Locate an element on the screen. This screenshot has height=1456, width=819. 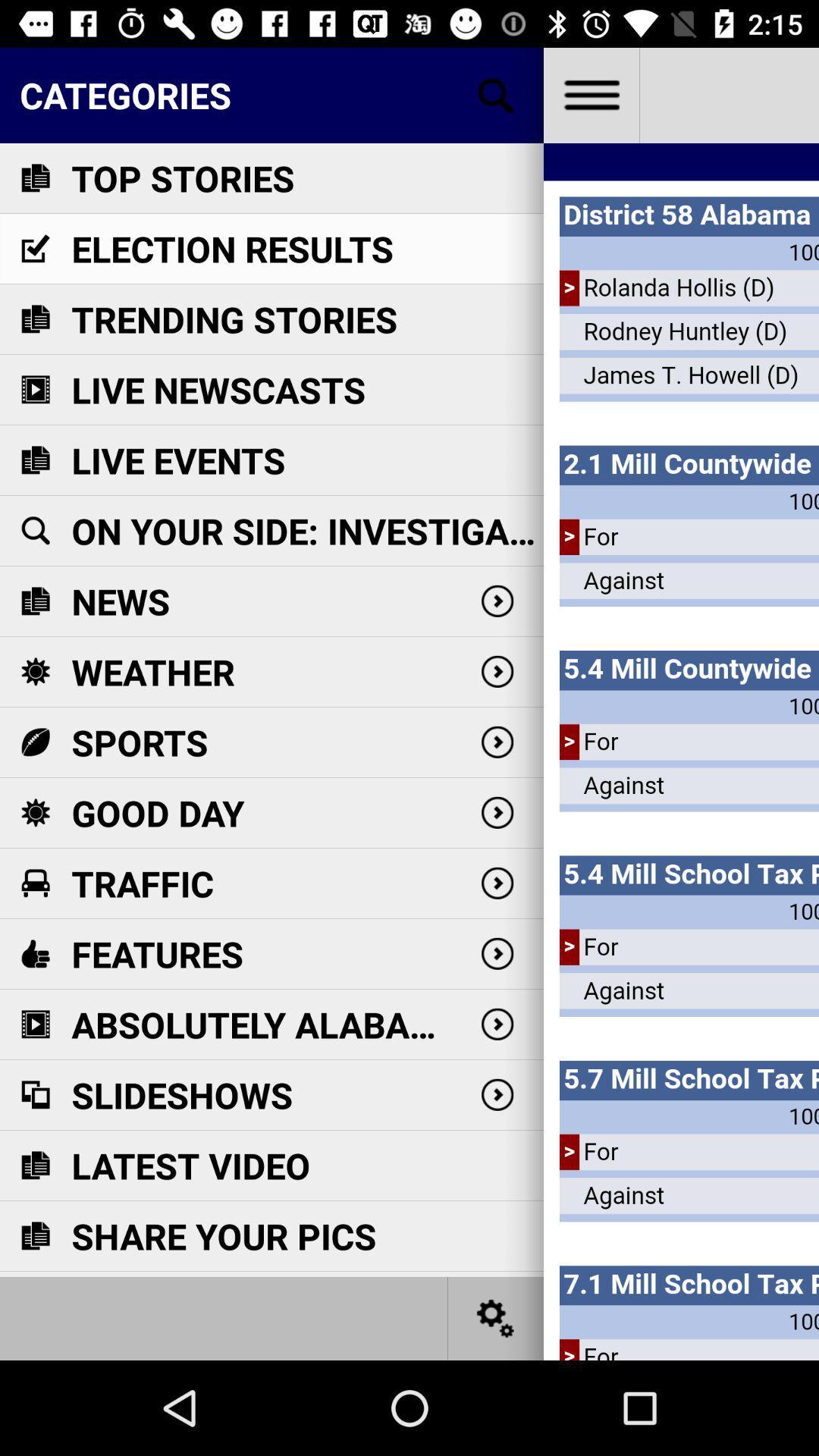
next button which is before sports option is located at coordinates (497, 742).